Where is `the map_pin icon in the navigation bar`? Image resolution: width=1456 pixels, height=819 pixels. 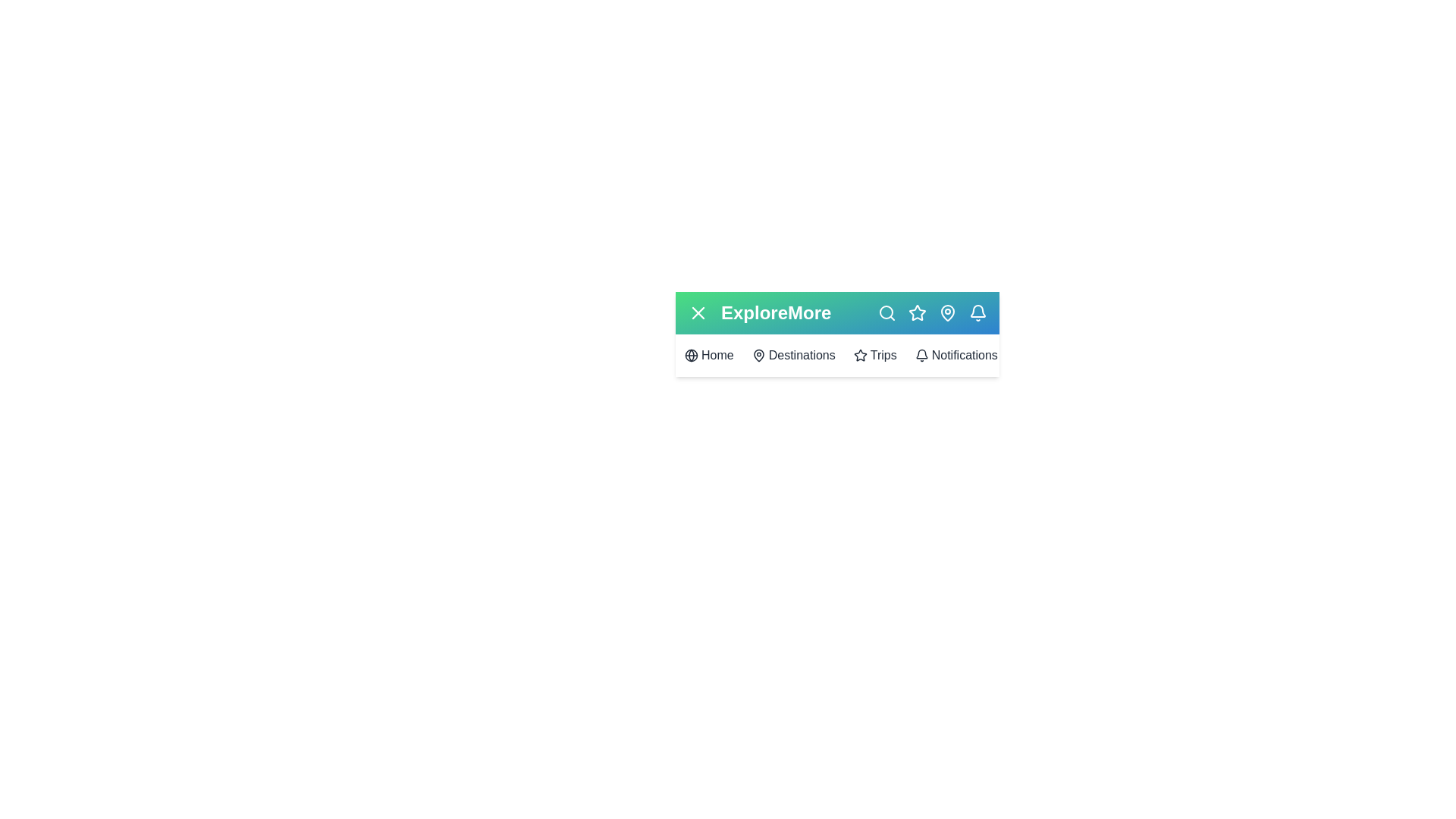 the map_pin icon in the navigation bar is located at coordinates (946, 312).